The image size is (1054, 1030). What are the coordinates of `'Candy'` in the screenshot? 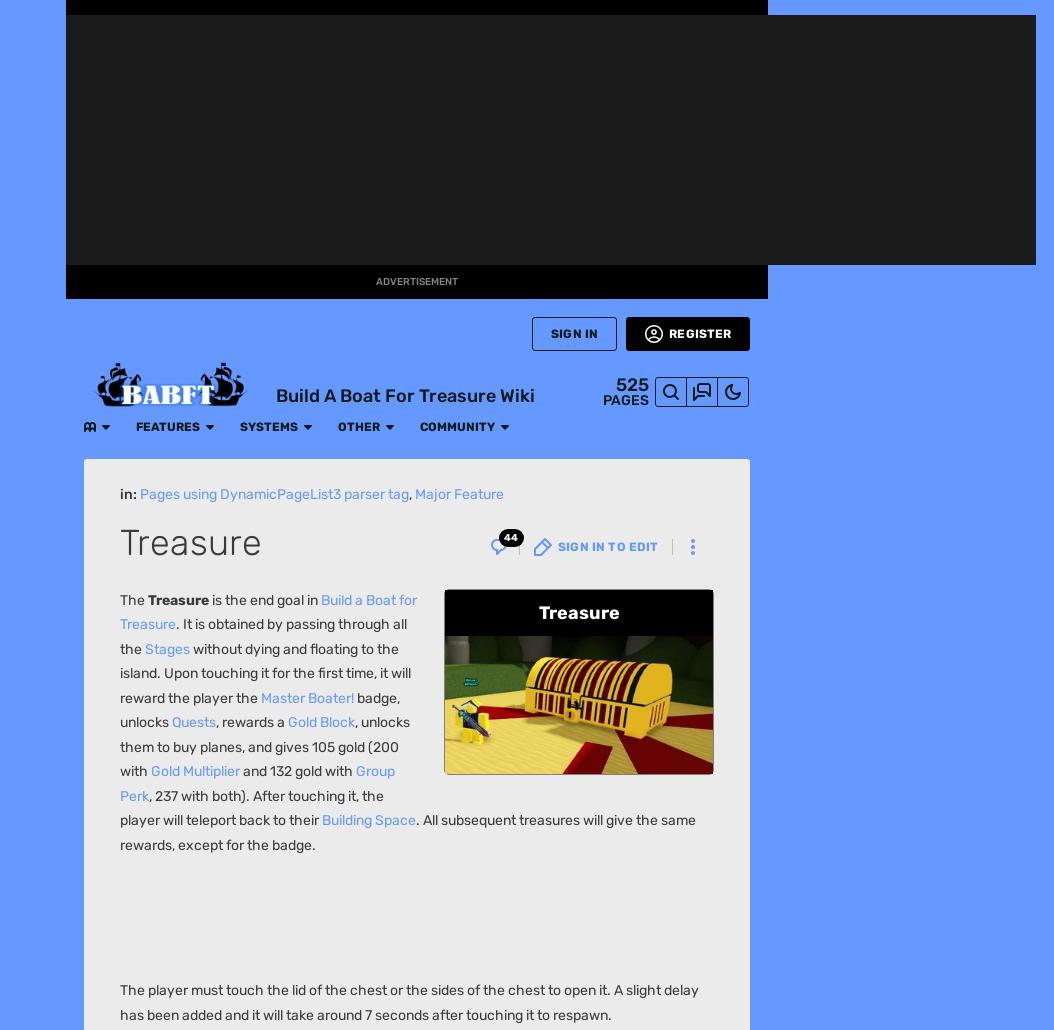 It's located at (195, 252).